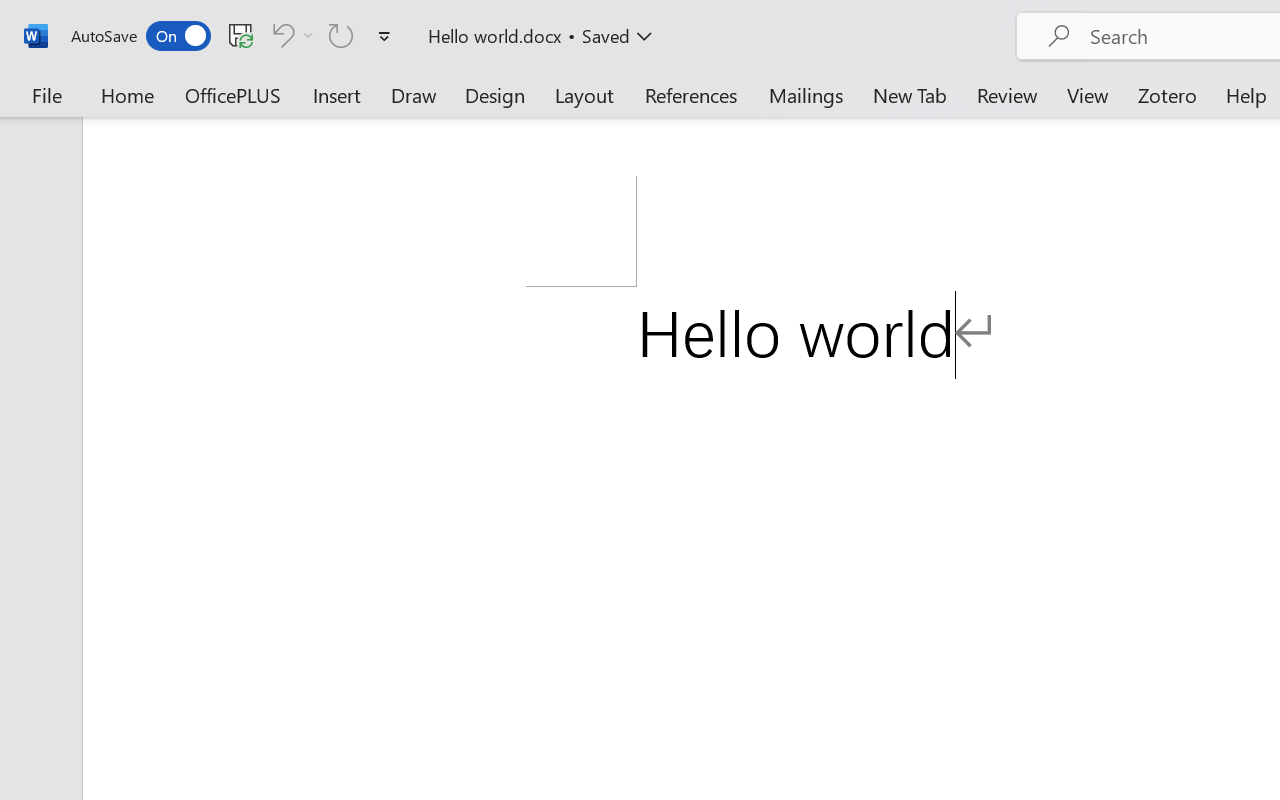 This screenshot has height=800, width=1280. Describe the element at coordinates (583, 94) in the screenshot. I see `'Layout'` at that location.